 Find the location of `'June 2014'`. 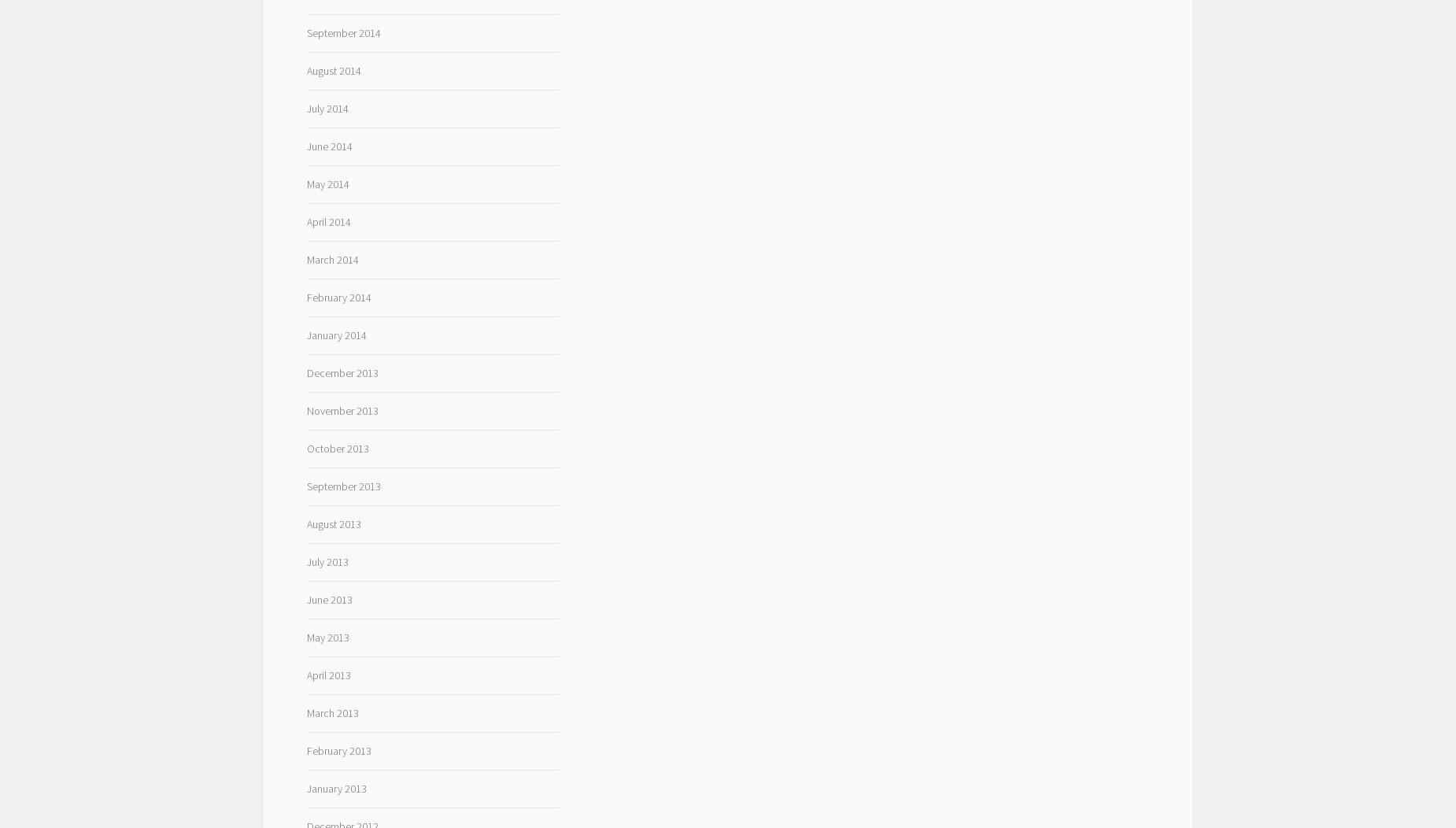

'June 2014' is located at coordinates (305, 146).